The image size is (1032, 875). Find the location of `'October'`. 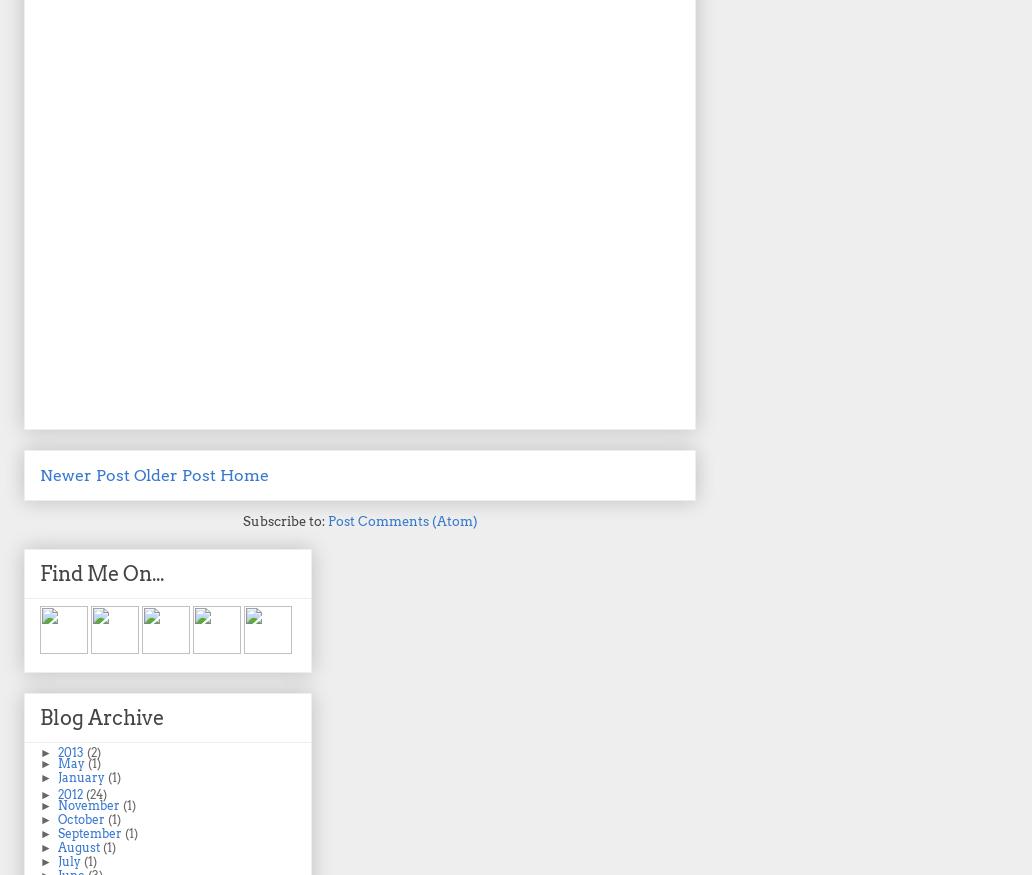

'October' is located at coordinates (82, 819).